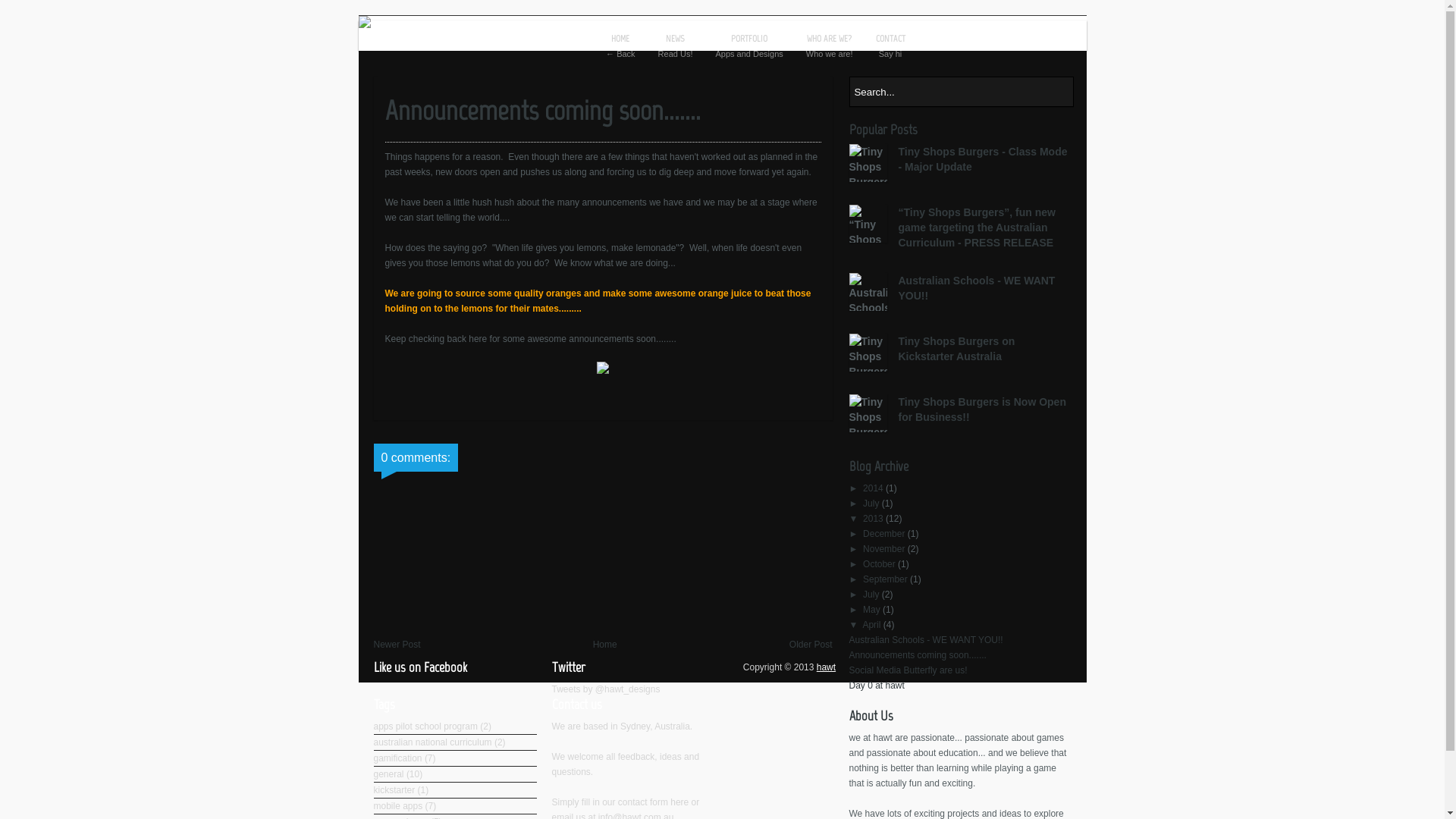  Describe the element at coordinates (748, 45) in the screenshot. I see `'PORTFOLIO` at that location.